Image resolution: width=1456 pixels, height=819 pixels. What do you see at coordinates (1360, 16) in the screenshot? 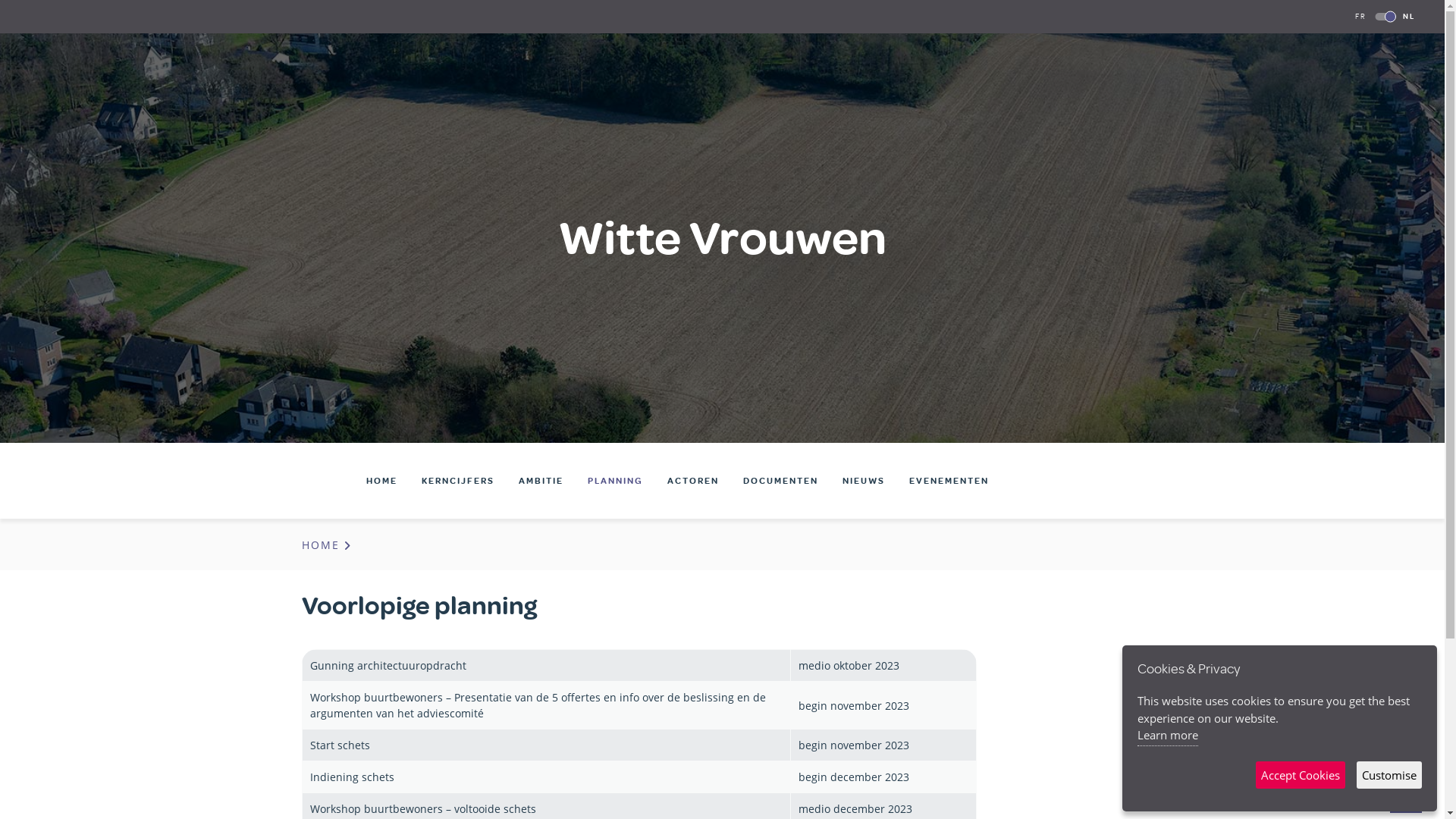
I see `'FR'` at bounding box center [1360, 16].